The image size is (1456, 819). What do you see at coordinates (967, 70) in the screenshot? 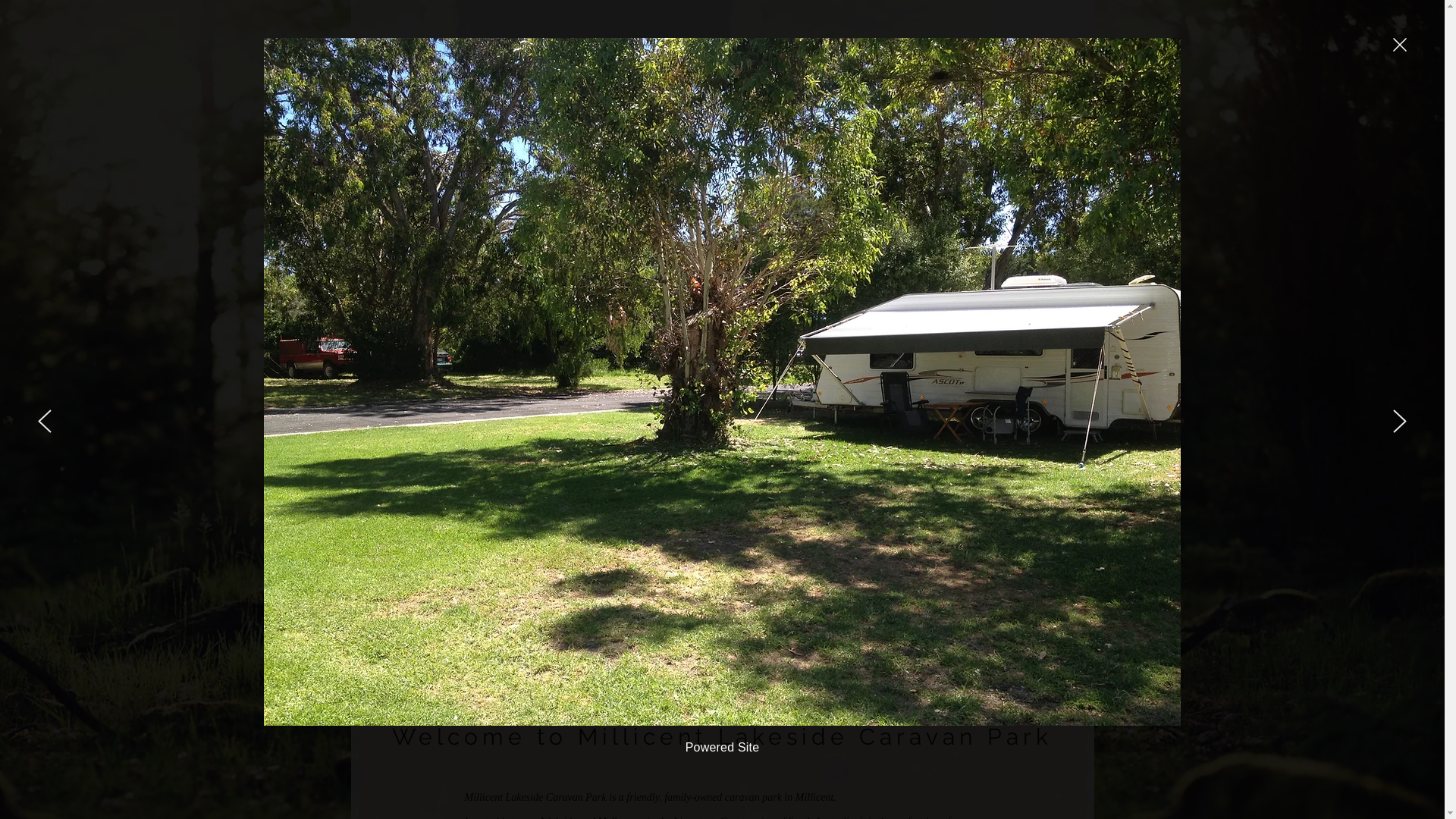
I see `'BOOK NOW'` at bounding box center [967, 70].